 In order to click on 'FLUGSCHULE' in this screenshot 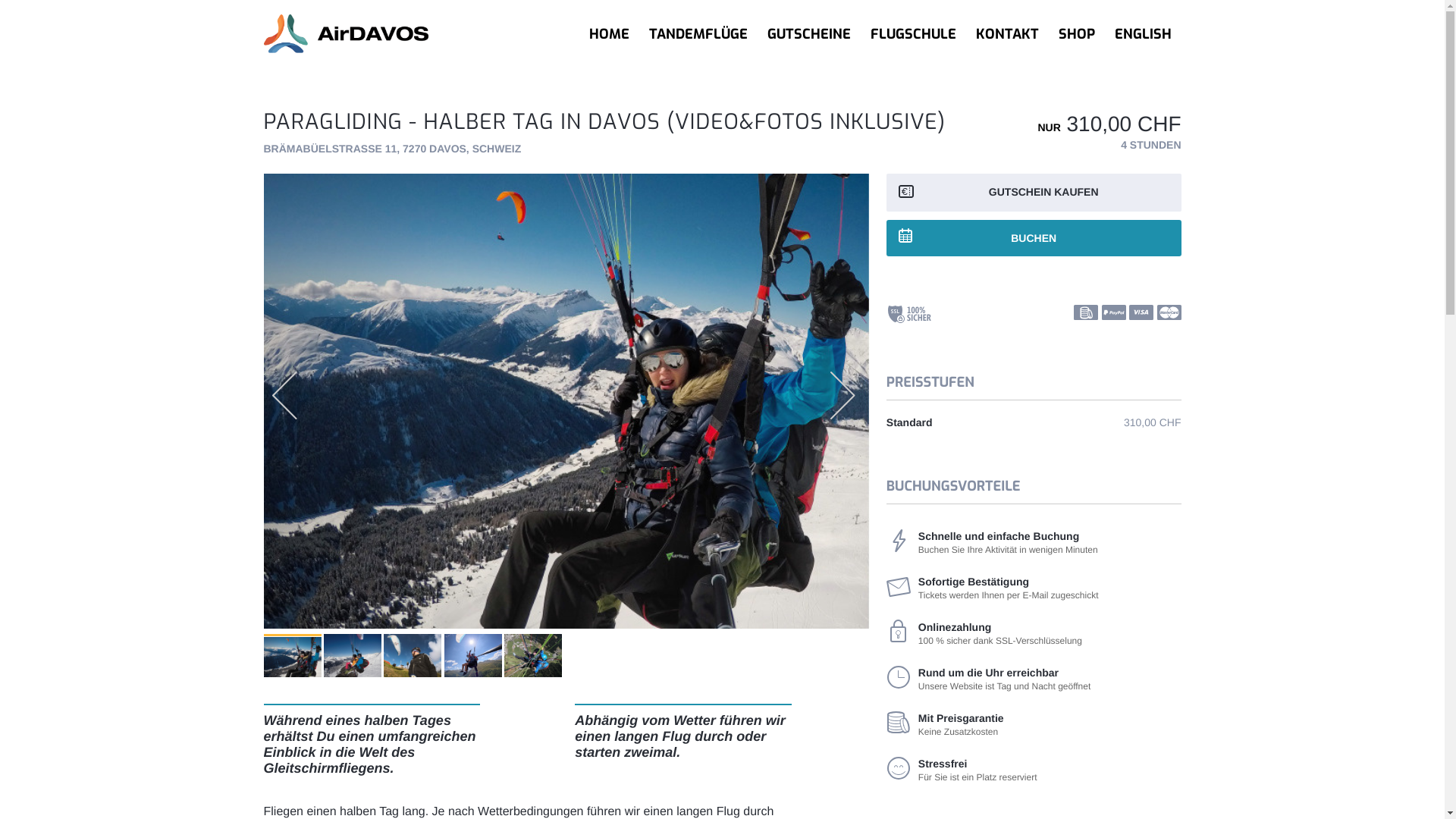, I will do `click(859, 34)`.